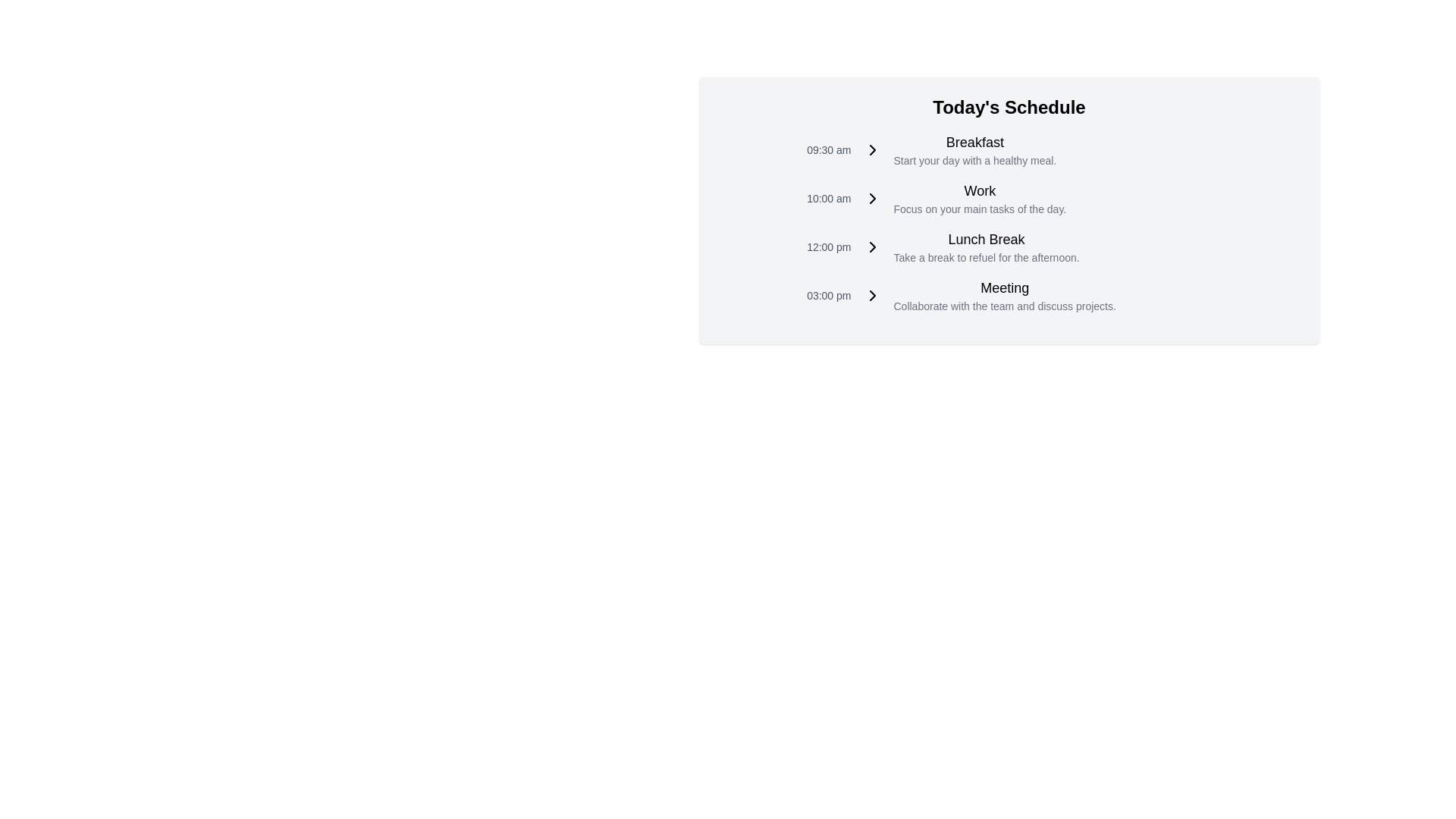 This screenshot has width=1456, height=819. Describe the element at coordinates (872, 246) in the screenshot. I see `the right-pointing arrow icon next to the 'Lunch Break' text in the 'Today's Schedule' section` at that location.